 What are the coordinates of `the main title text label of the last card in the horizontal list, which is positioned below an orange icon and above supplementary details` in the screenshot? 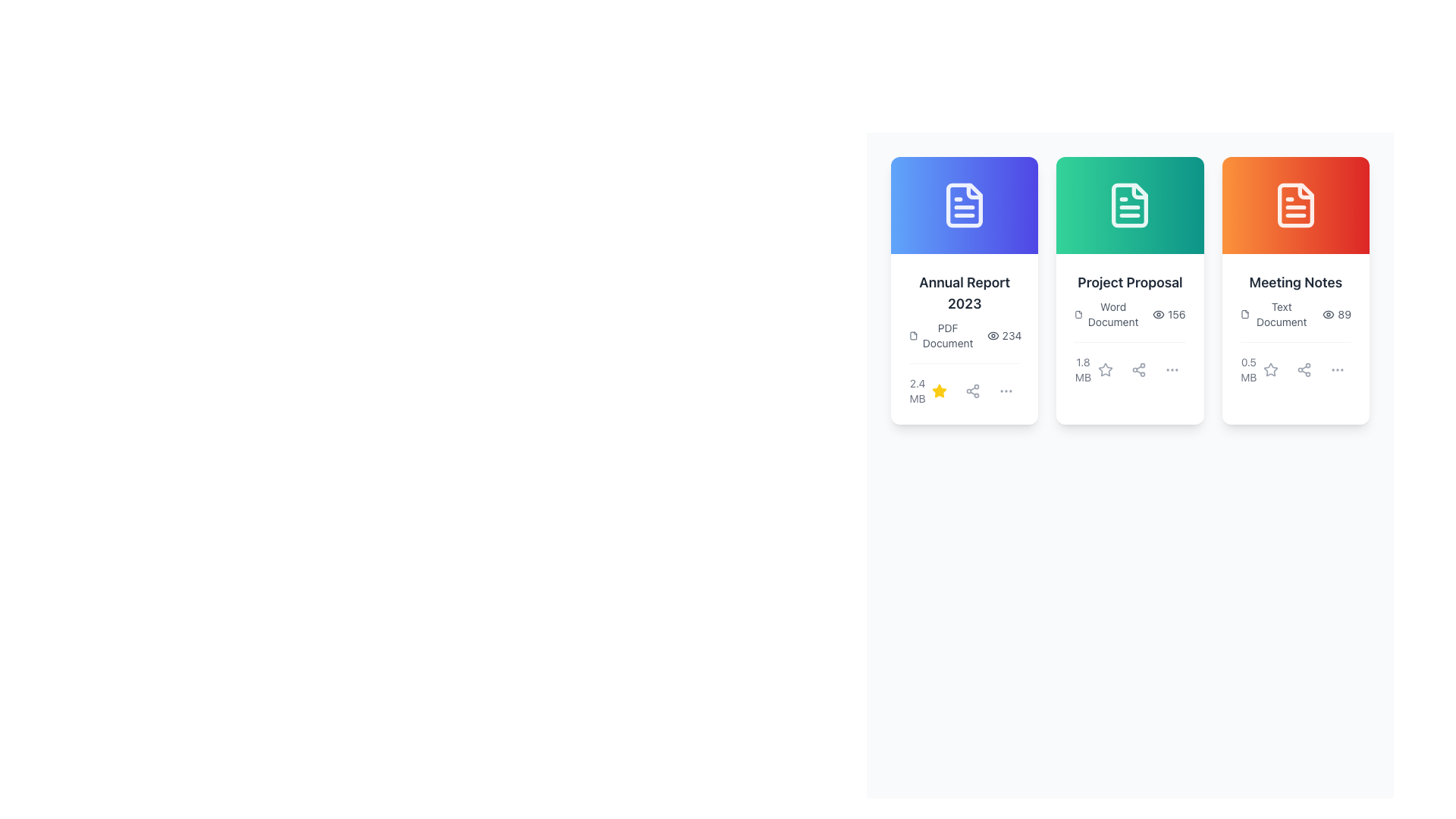 It's located at (1294, 283).